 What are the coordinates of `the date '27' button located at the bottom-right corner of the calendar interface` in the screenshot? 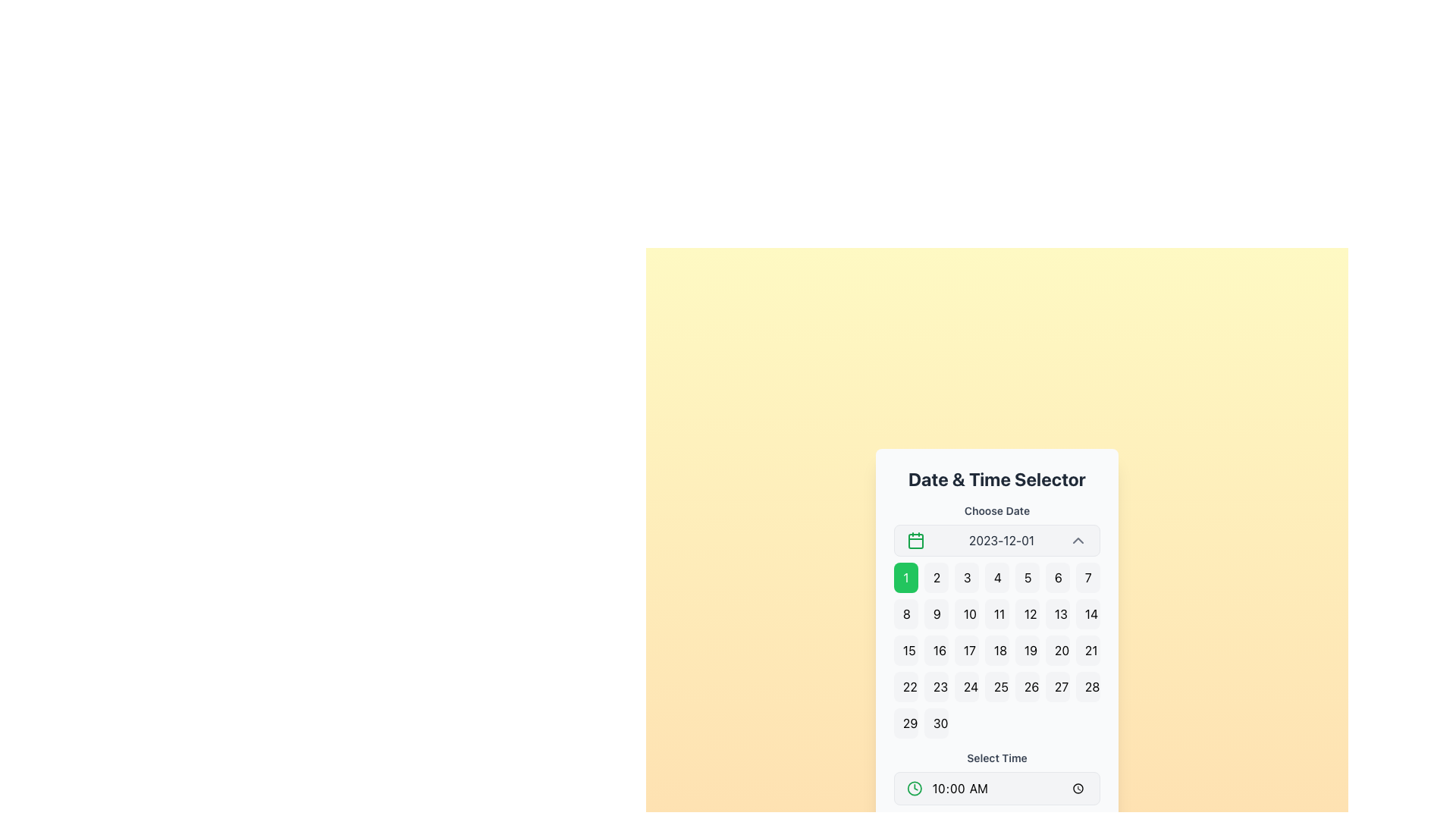 It's located at (1057, 687).